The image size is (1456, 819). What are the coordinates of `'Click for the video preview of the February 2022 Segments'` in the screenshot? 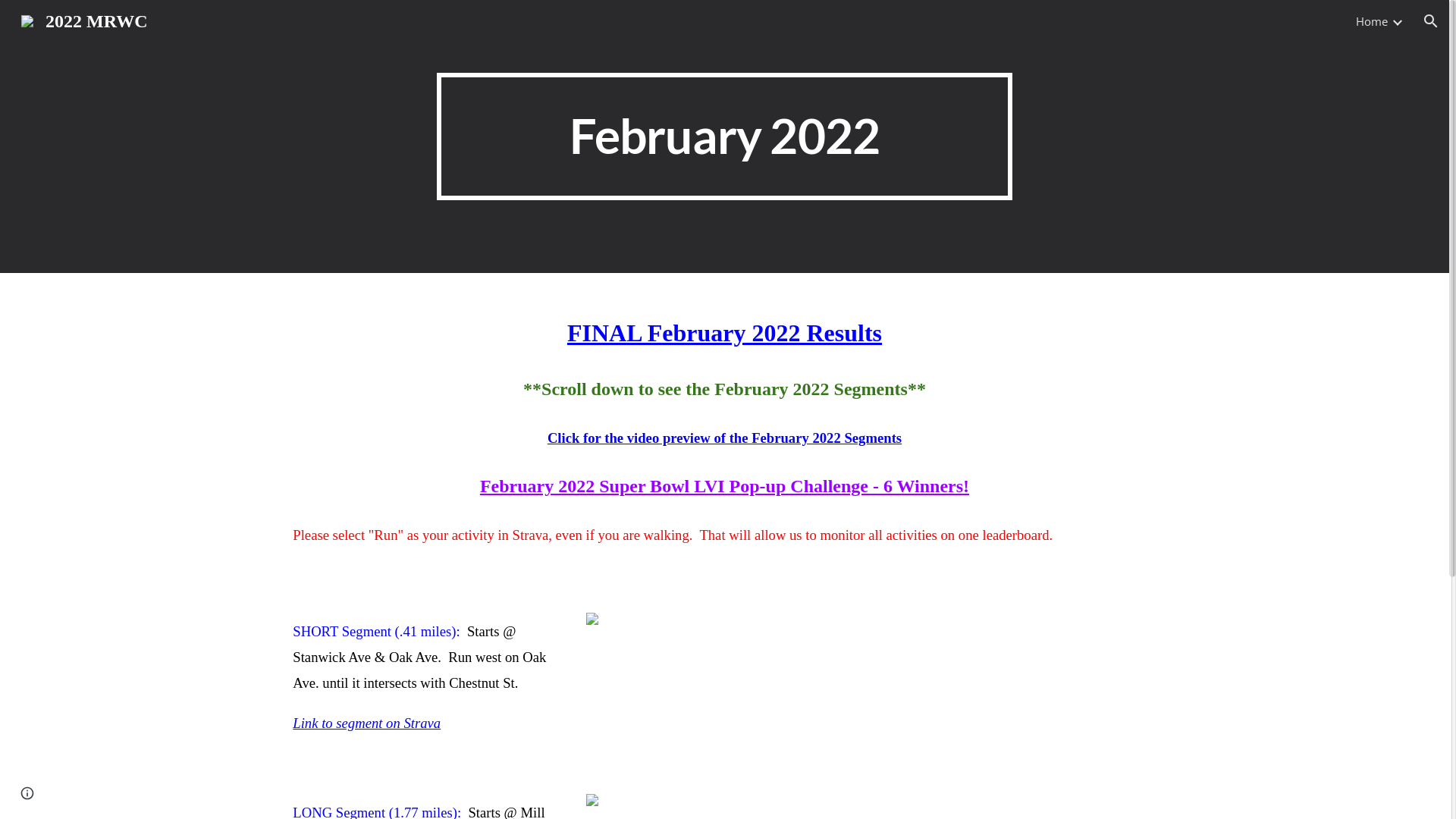 It's located at (723, 438).